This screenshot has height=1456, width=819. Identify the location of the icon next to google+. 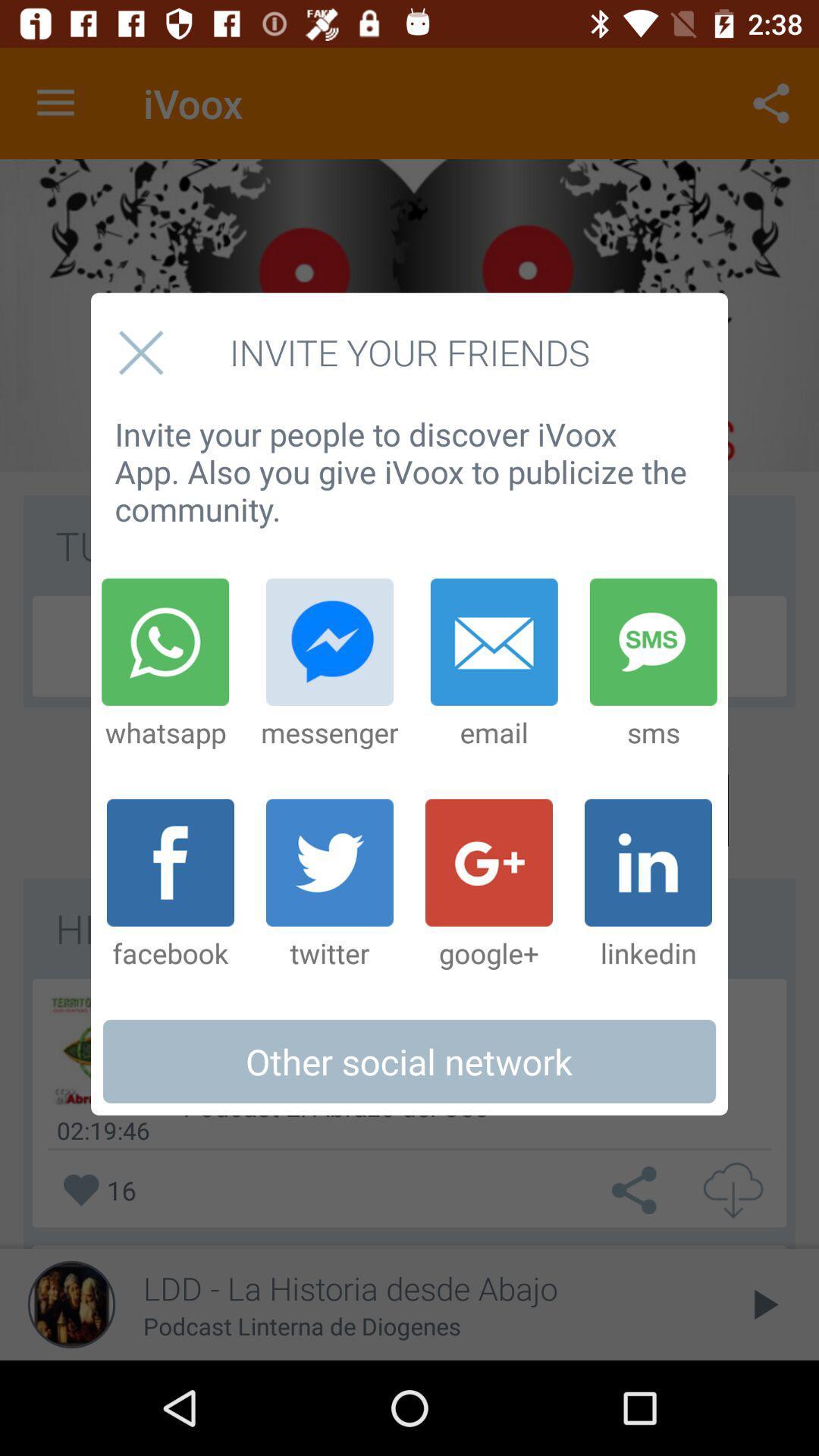
(329, 885).